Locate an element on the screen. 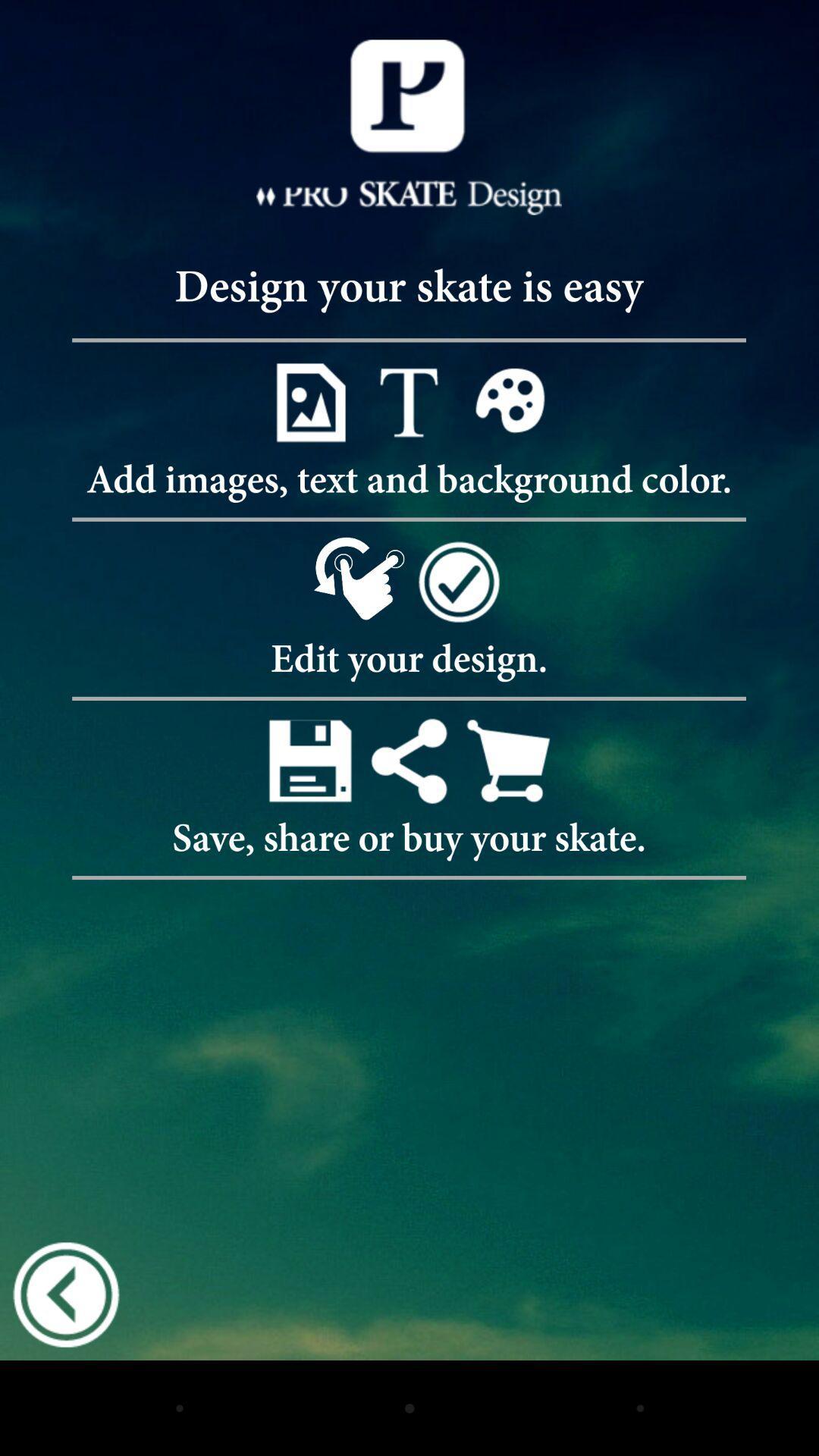 This screenshot has width=819, height=1456. go back is located at coordinates (65, 1293).